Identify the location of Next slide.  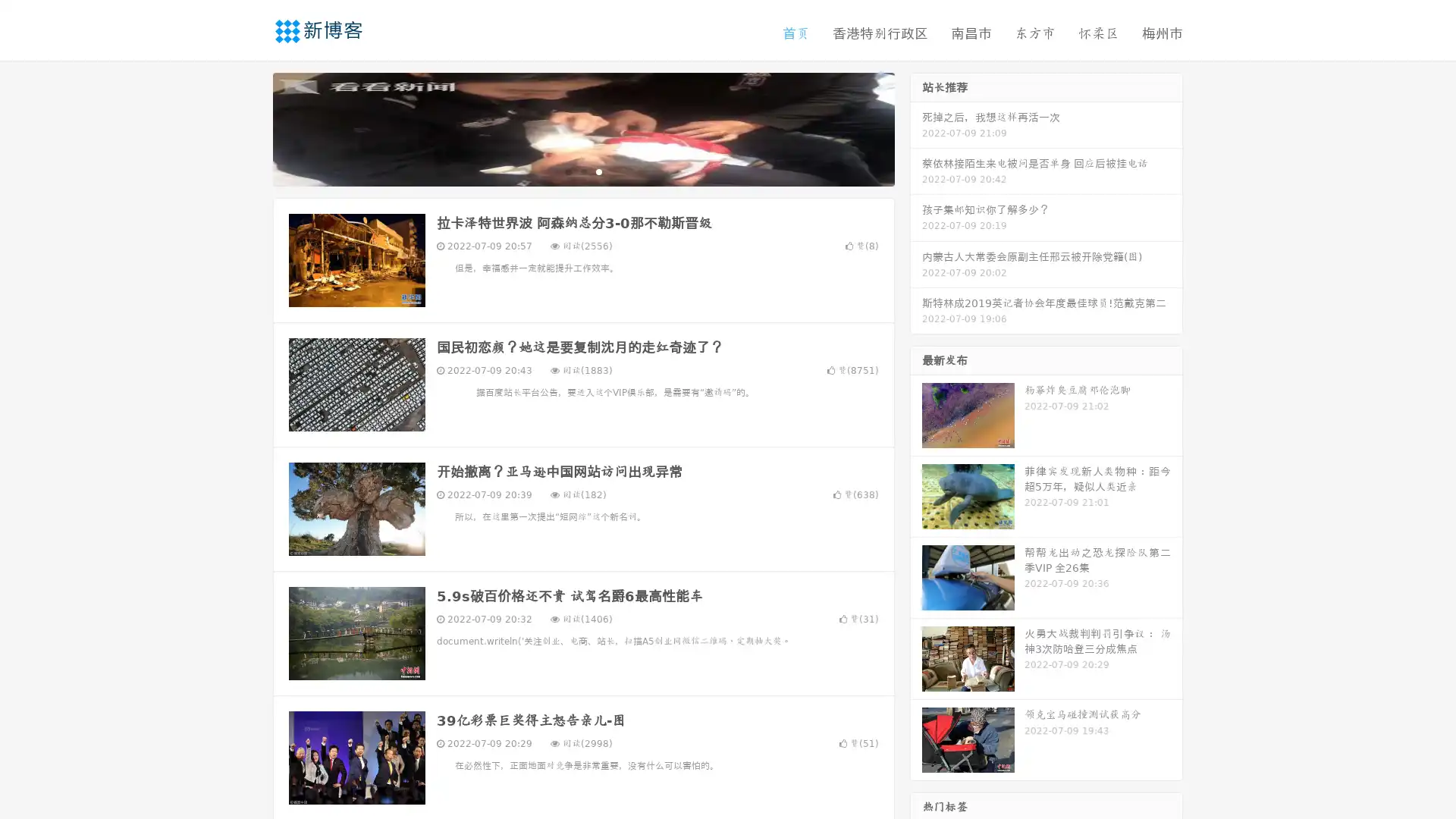
(916, 127).